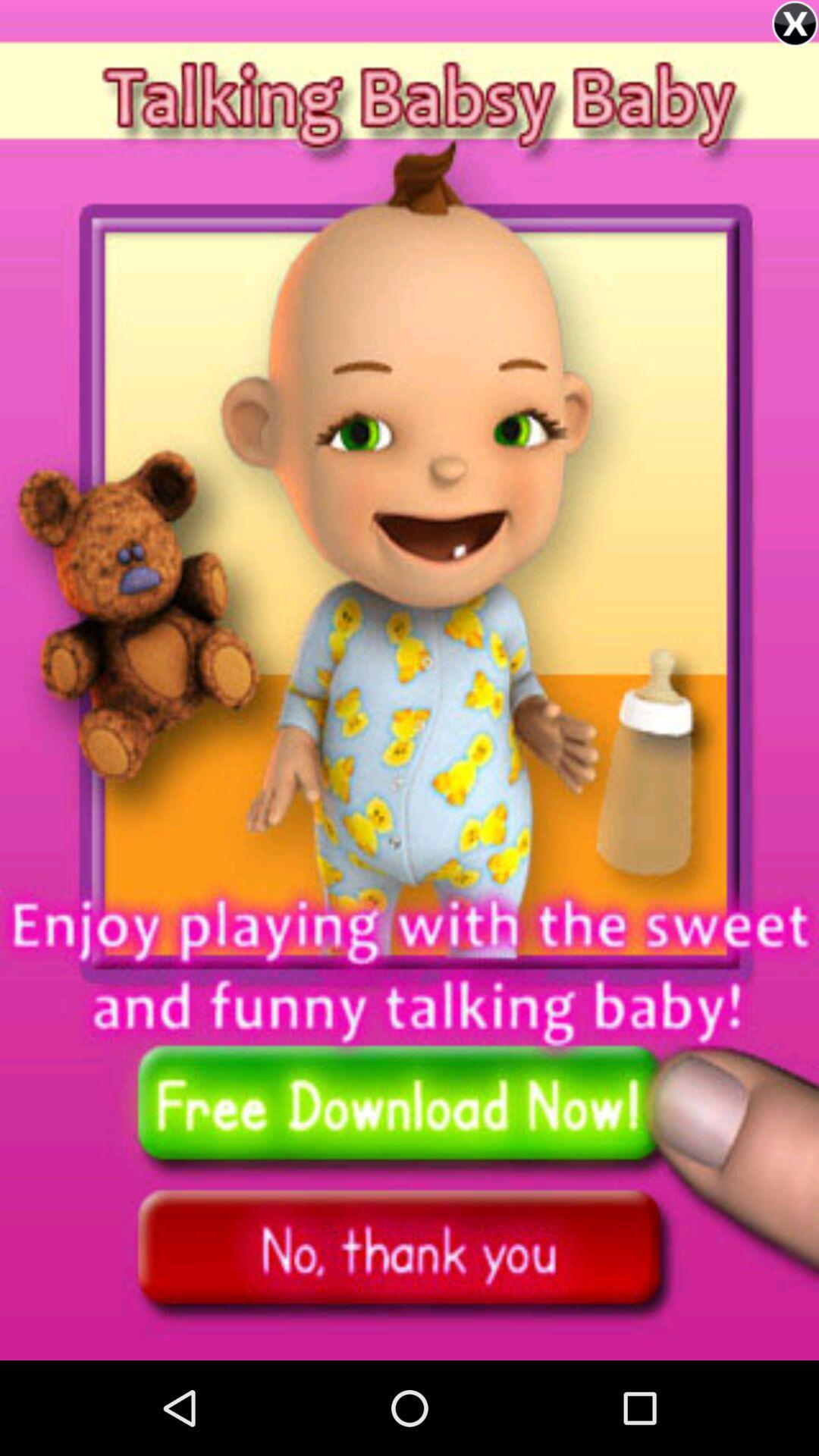  I want to click on option, so click(794, 24).